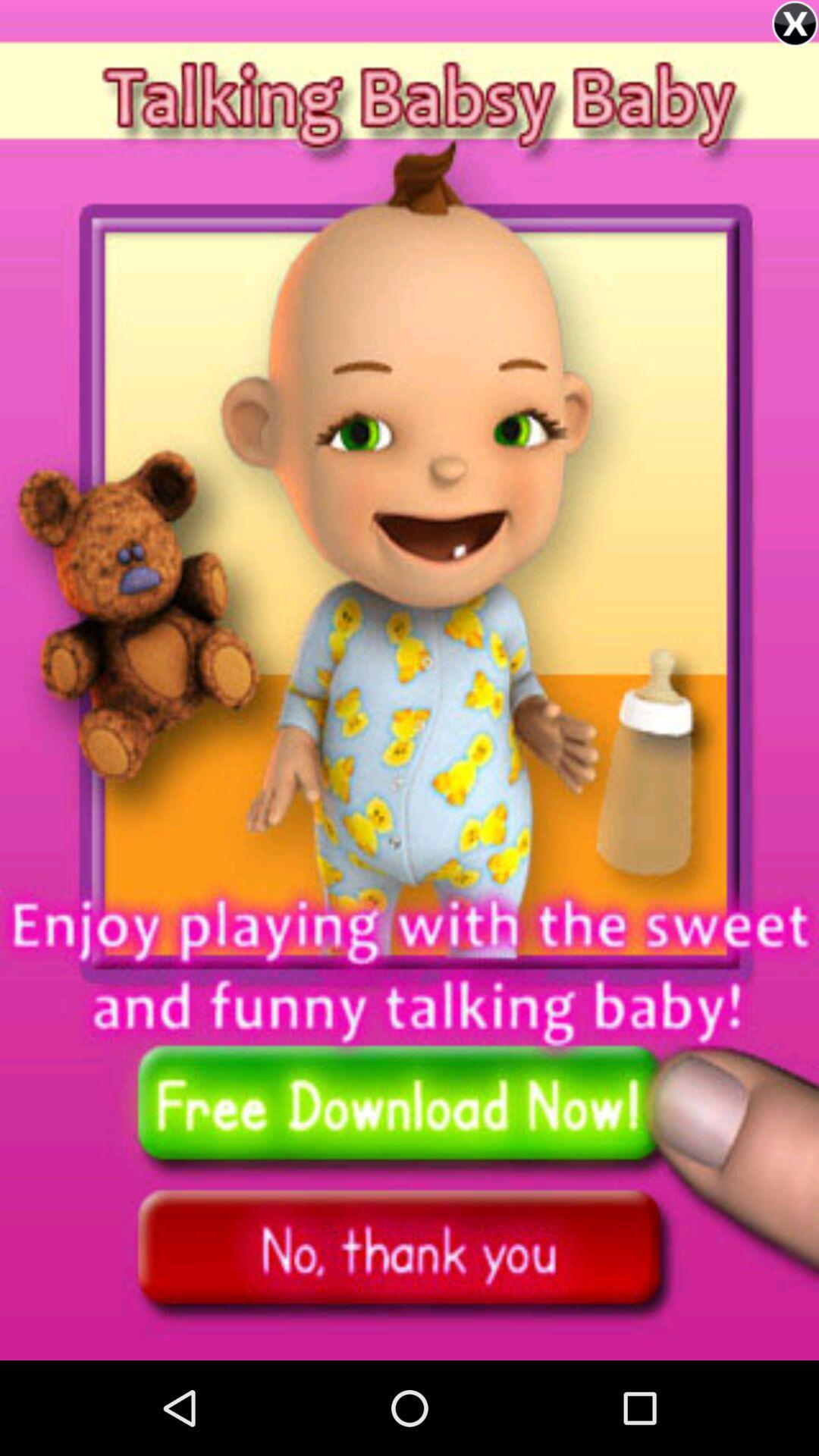  I want to click on option, so click(794, 24).